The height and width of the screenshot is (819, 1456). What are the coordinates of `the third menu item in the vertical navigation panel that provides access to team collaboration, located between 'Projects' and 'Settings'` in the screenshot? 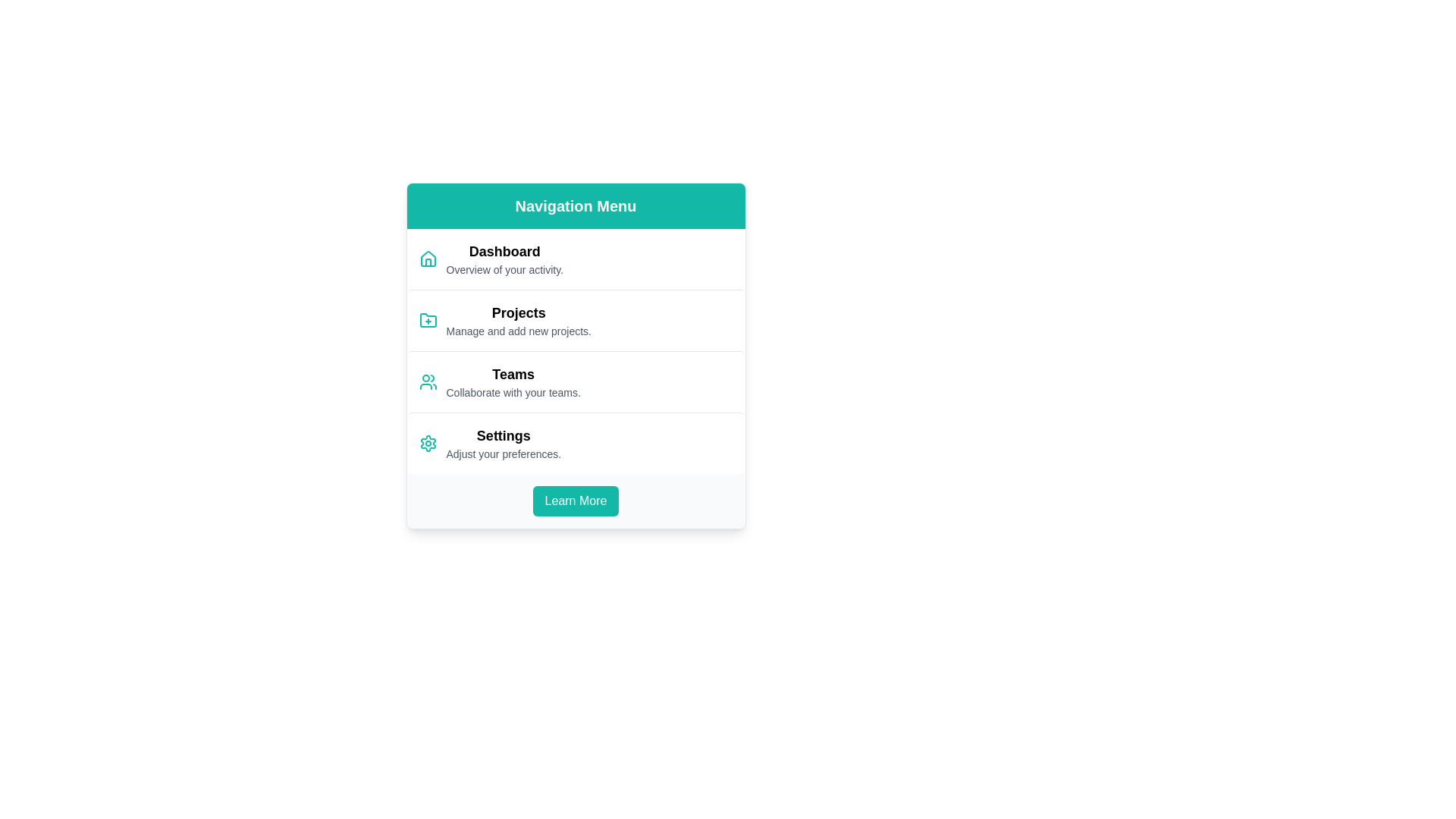 It's located at (575, 381).